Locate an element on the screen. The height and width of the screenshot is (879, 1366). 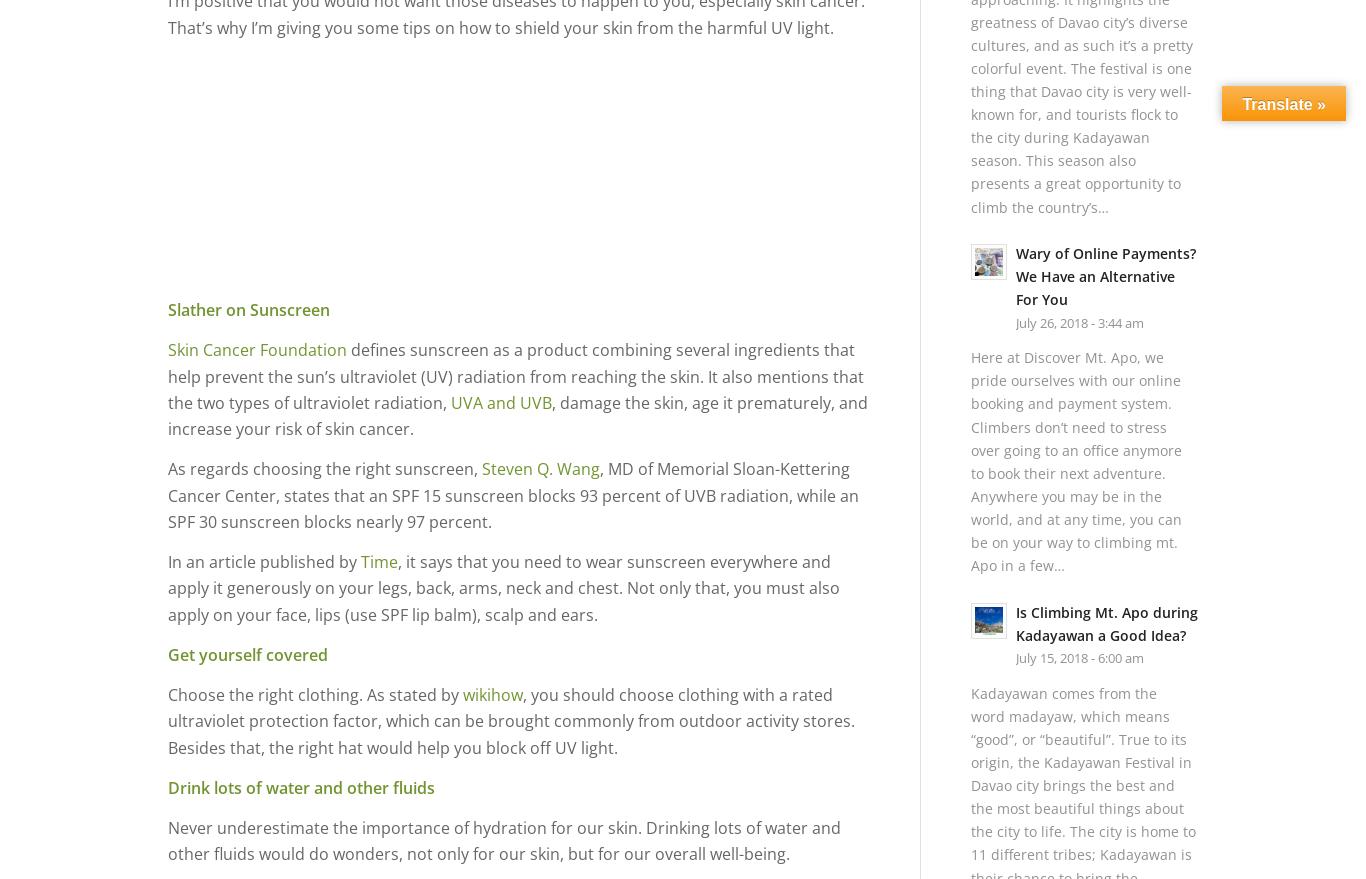
', MD of Memorial Sloan-Kettering Cancer Center, states that an SPF 15 sunscreen blocks 93 percent of UVB radiation, while an SPF 30 sunscreen blocks nearly 97 percent.' is located at coordinates (513, 494).